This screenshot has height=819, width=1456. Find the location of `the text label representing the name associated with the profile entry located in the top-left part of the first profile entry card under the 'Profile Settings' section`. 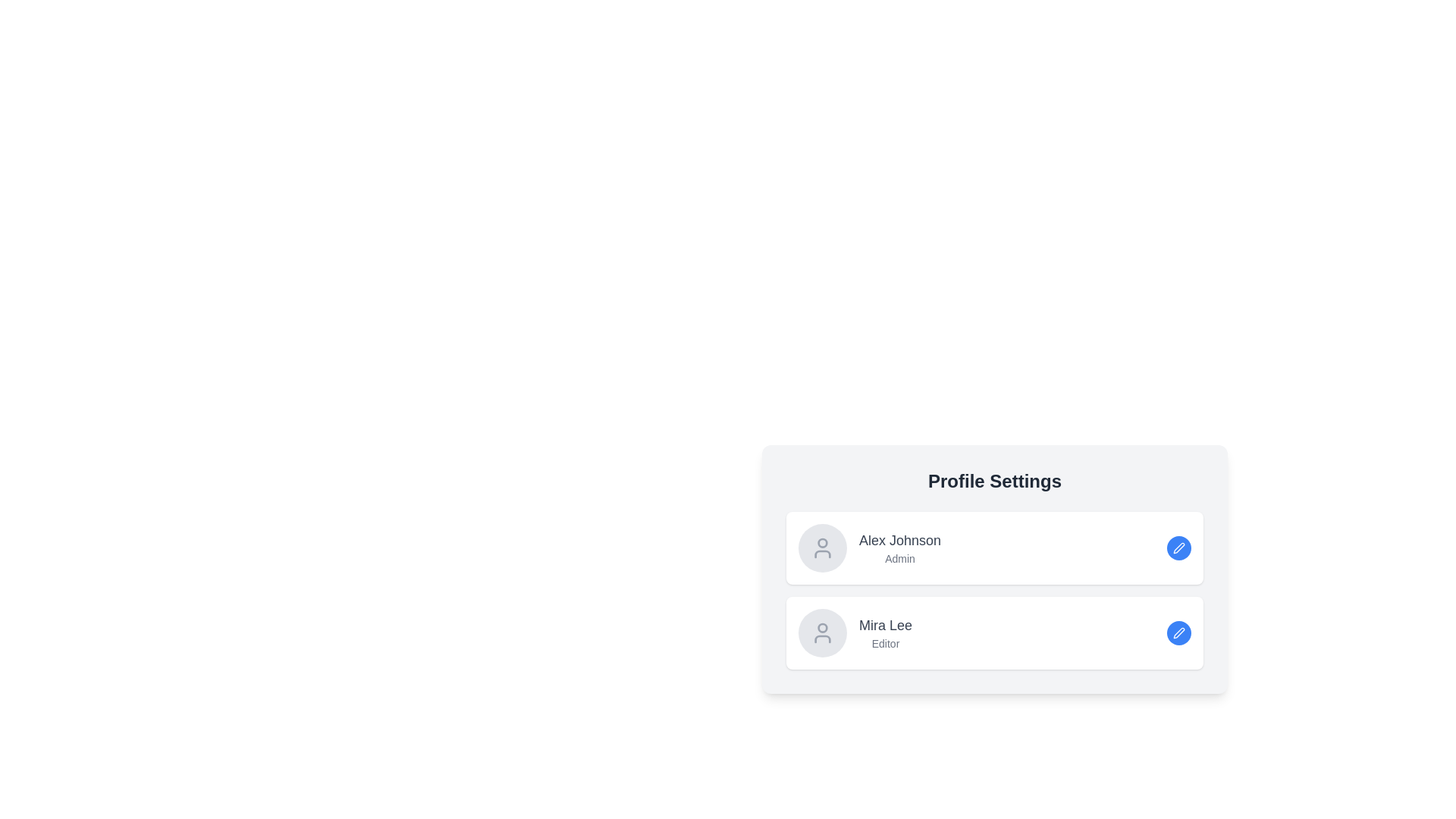

the text label representing the name associated with the profile entry located in the top-left part of the first profile entry card under the 'Profile Settings' section is located at coordinates (899, 540).